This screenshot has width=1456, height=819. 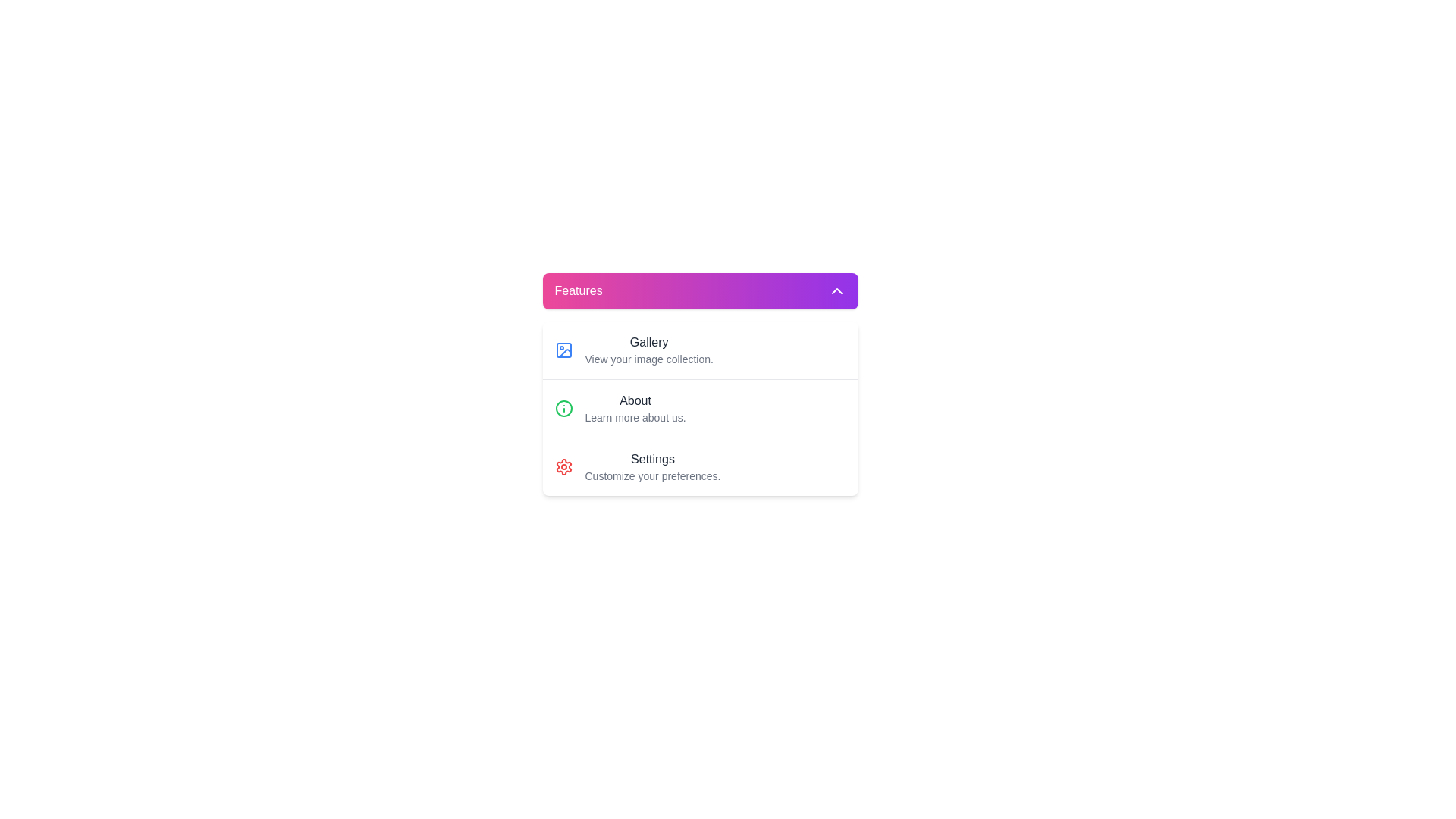 I want to click on the text label displaying 'Learn more about us.' which is located below the 'About' text in the 'Features' section, so click(x=635, y=418).